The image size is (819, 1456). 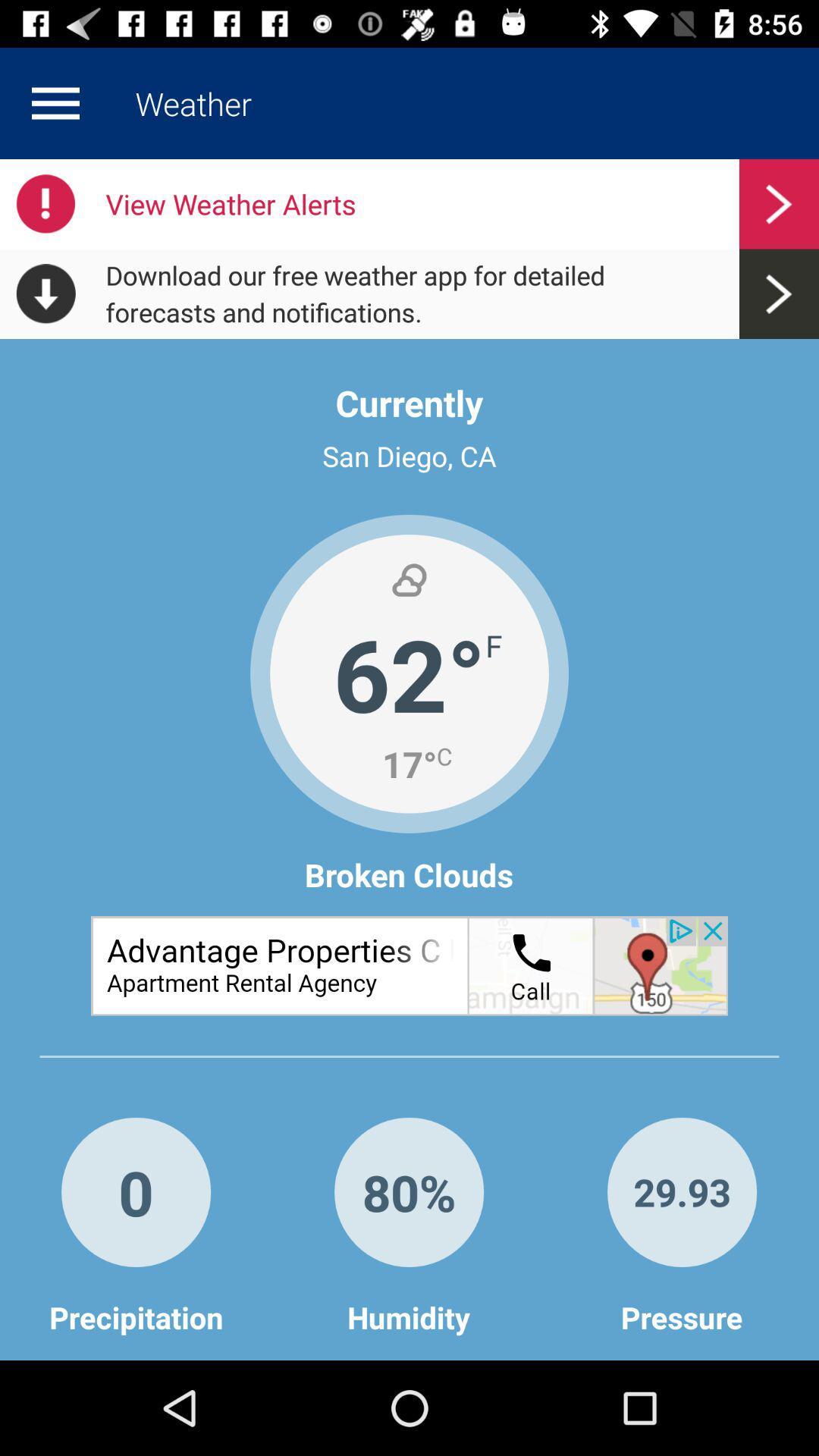 I want to click on open menu options, so click(x=55, y=102).